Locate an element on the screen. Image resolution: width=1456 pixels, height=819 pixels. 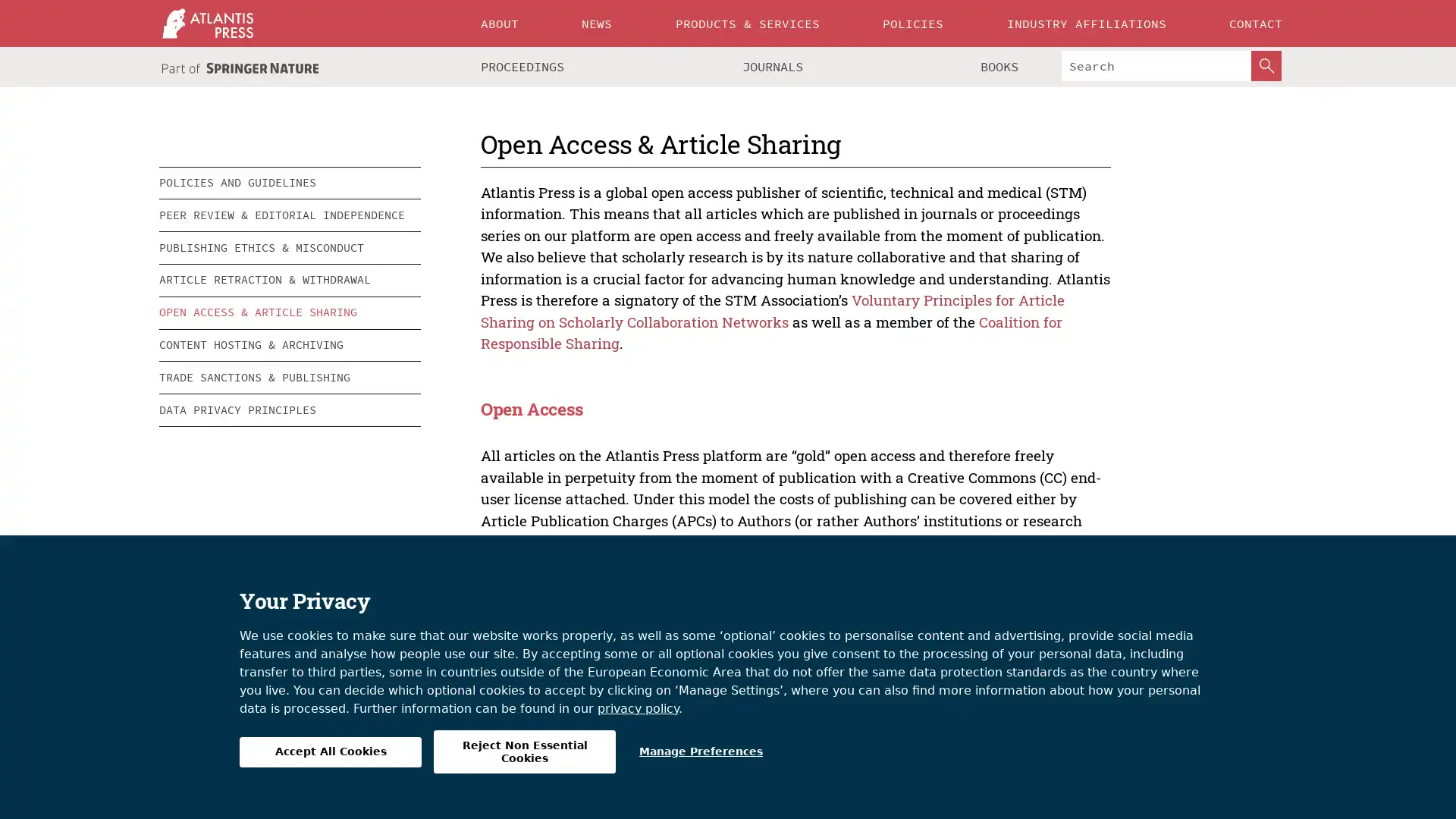
Accept All Cookies is located at coordinates (330, 752).